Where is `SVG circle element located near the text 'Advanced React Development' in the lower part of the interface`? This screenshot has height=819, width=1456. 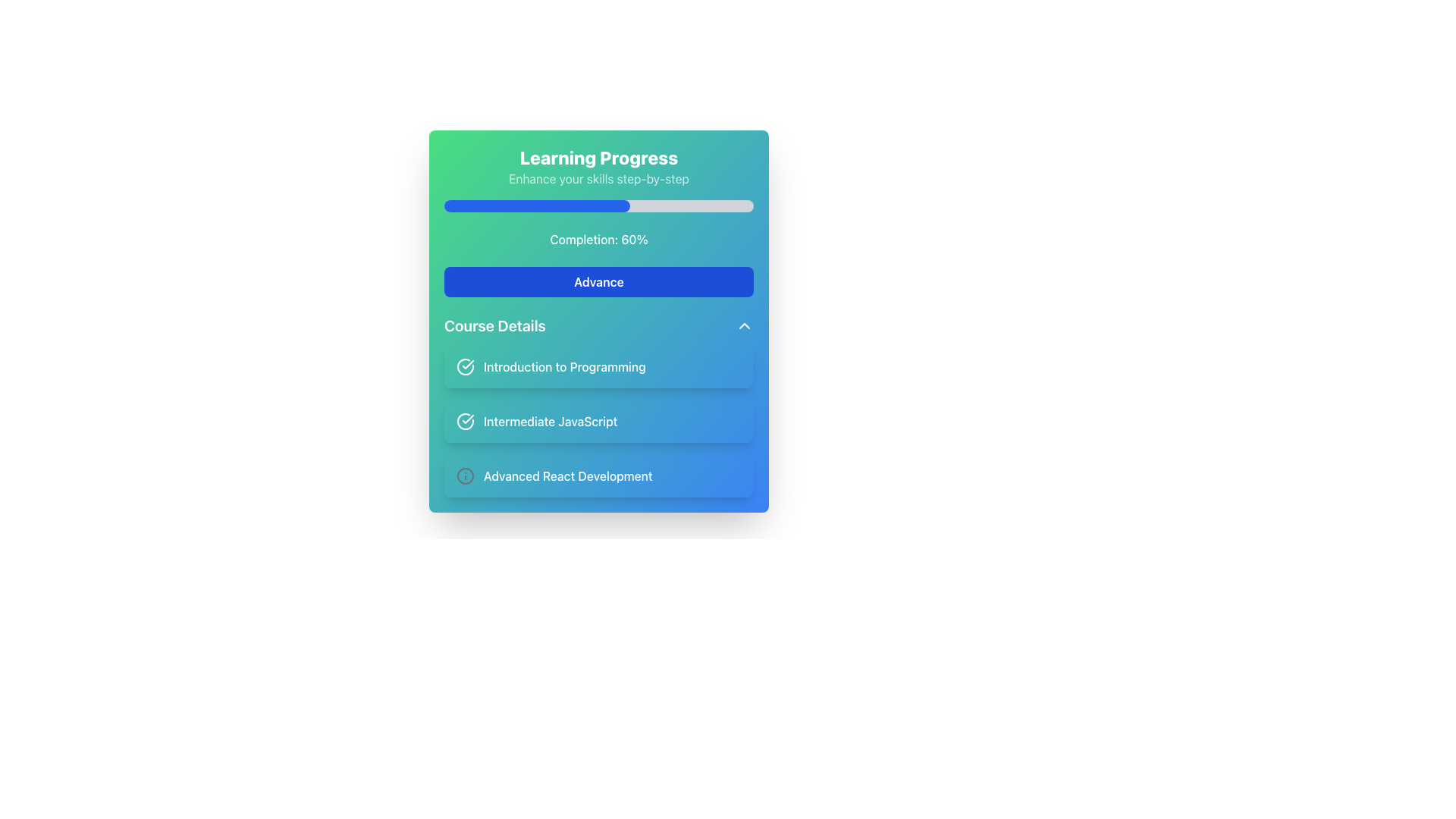 SVG circle element located near the text 'Advanced React Development' in the lower part of the interface is located at coordinates (465, 475).